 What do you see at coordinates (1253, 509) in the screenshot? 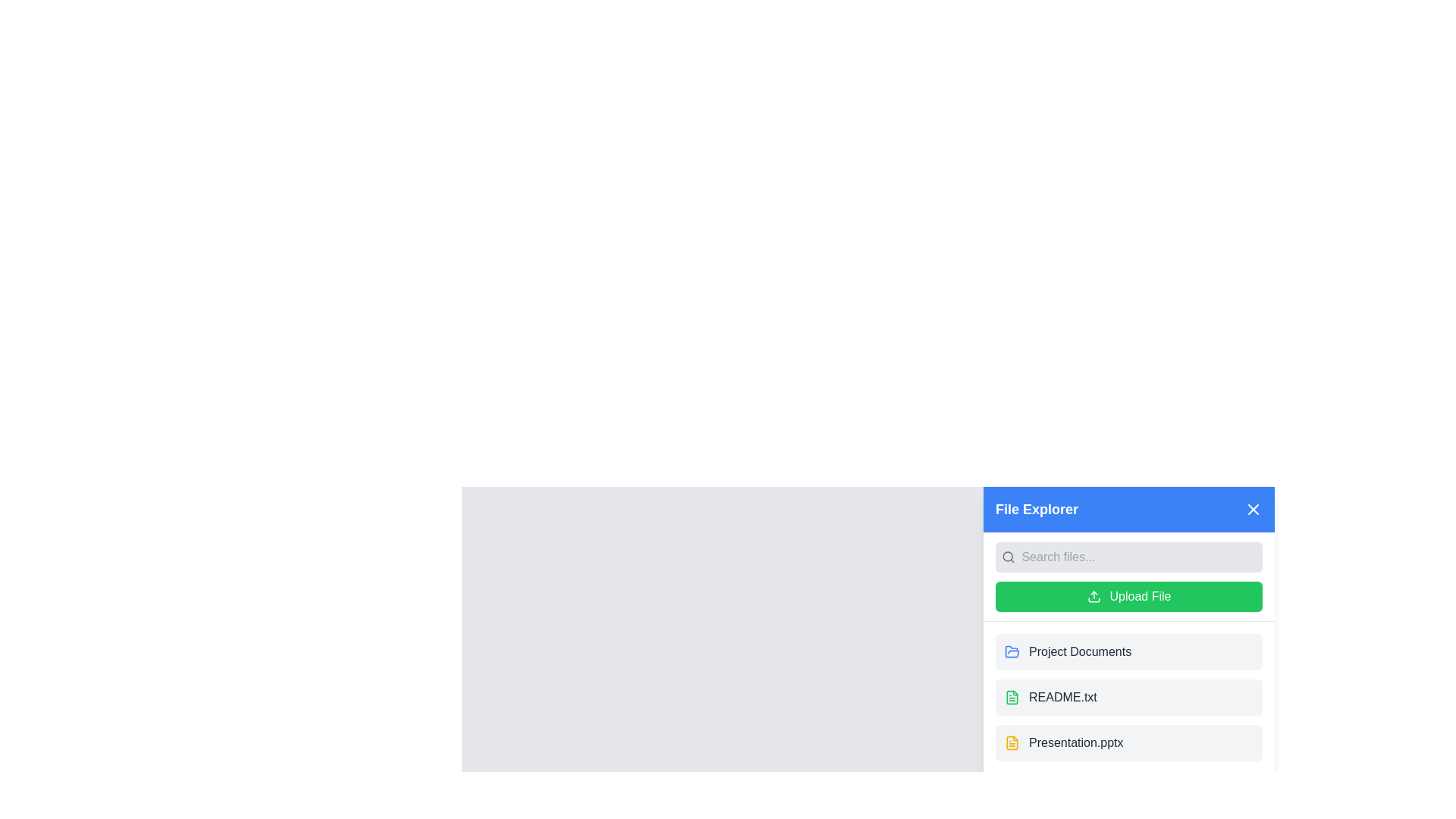
I see `the close or cancel button icon located in the upper-right corner of the 'File Explorer' panel to dismiss or close it` at bounding box center [1253, 509].